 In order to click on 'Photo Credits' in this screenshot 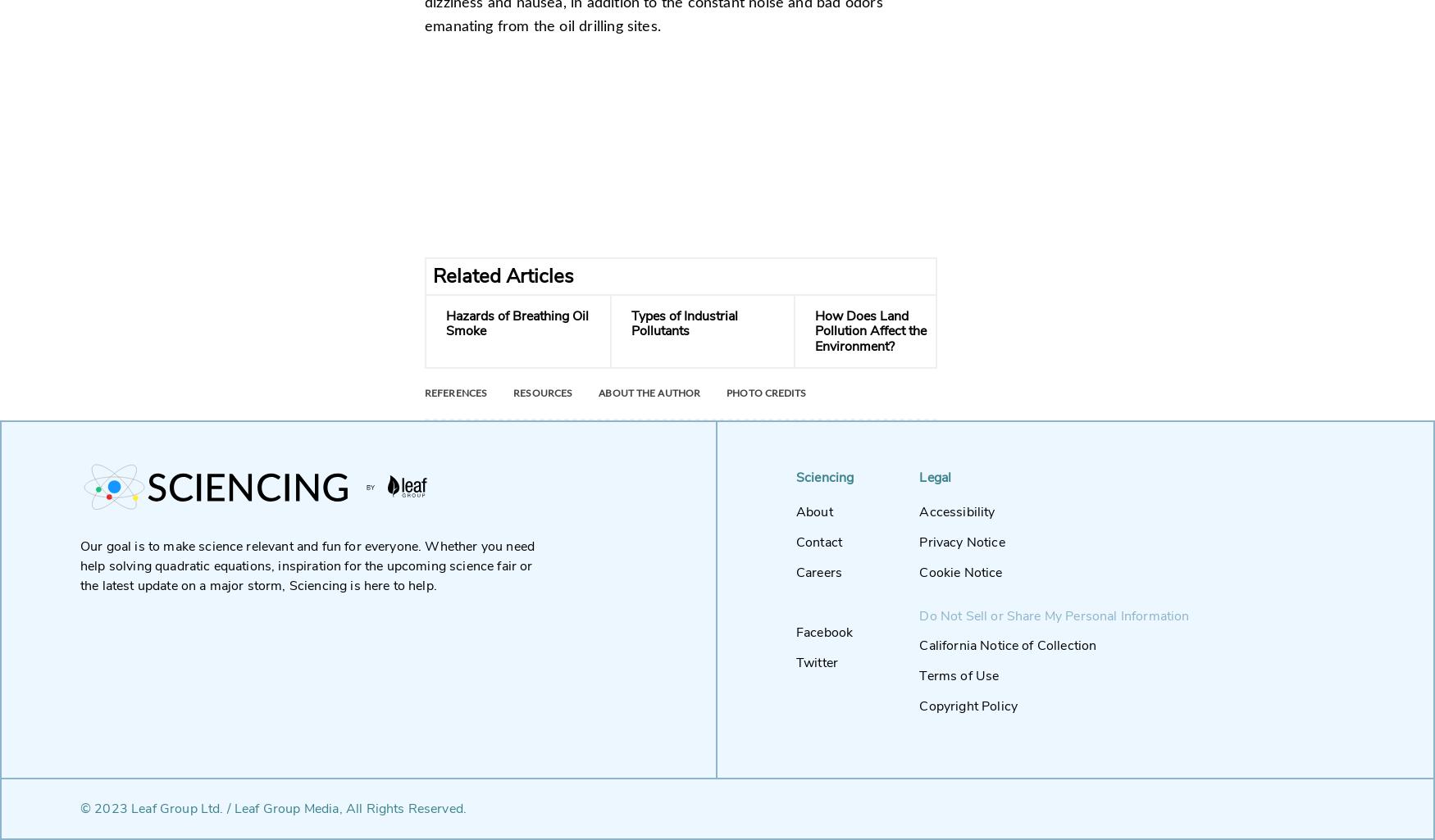, I will do `click(764, 393)`.